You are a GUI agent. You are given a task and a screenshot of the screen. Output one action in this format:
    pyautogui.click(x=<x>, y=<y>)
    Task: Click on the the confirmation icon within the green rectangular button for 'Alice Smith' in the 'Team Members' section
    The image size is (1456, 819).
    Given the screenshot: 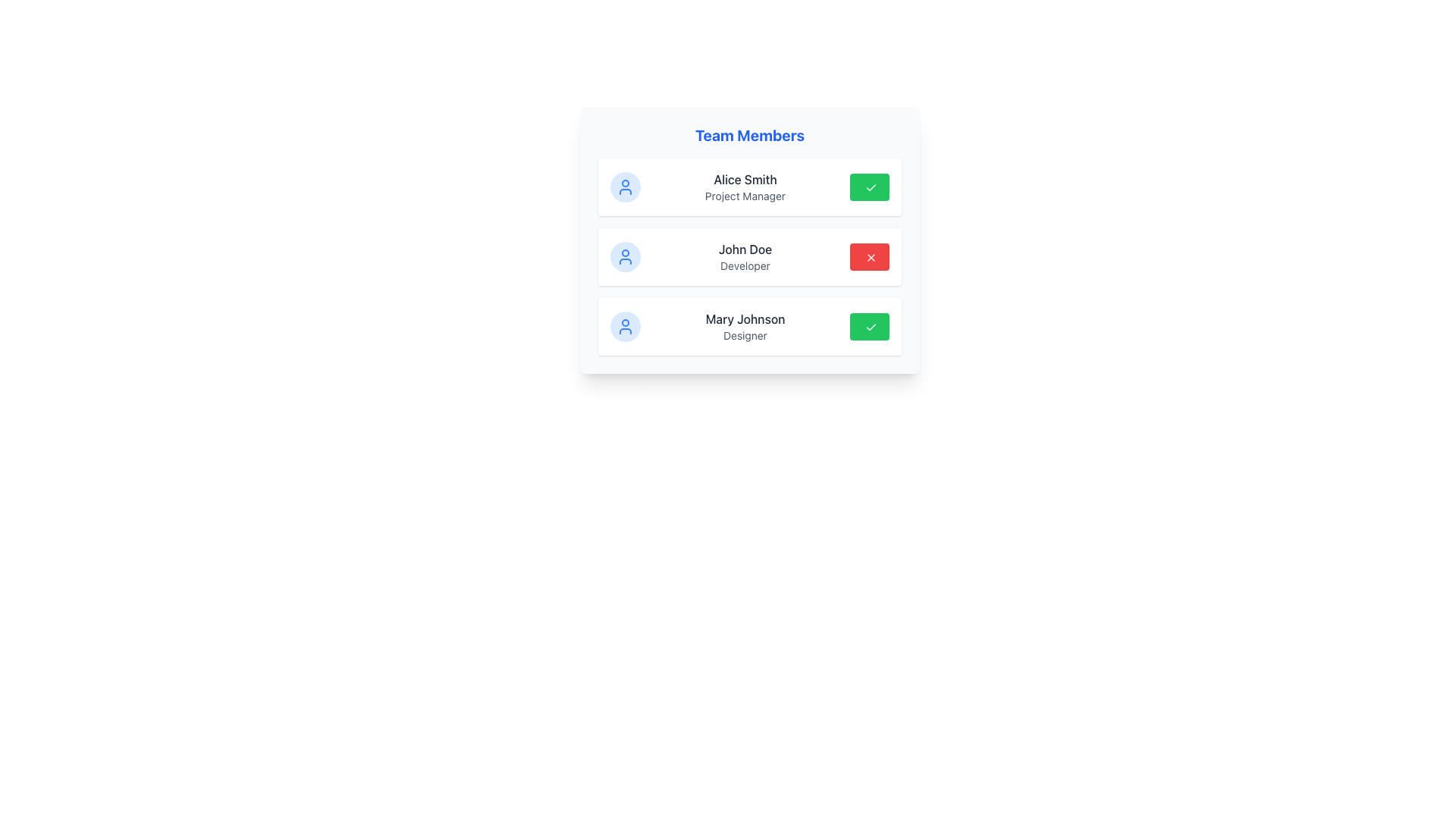 What is the action you would take?
    pyautogui.click(x=871, y=187)
    